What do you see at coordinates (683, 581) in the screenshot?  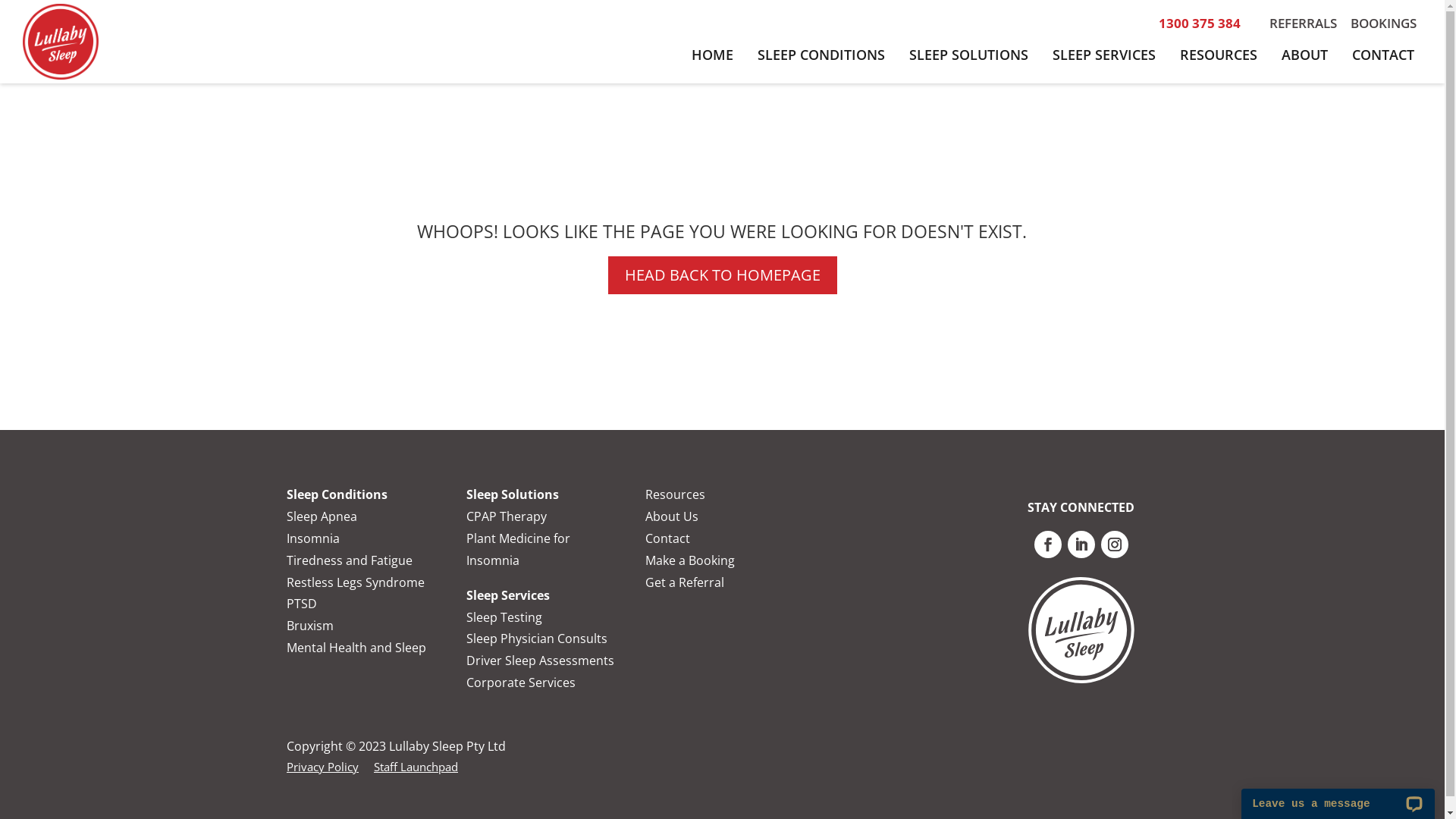 I see `'Get a Referral'` at bounding box center [683, 581].